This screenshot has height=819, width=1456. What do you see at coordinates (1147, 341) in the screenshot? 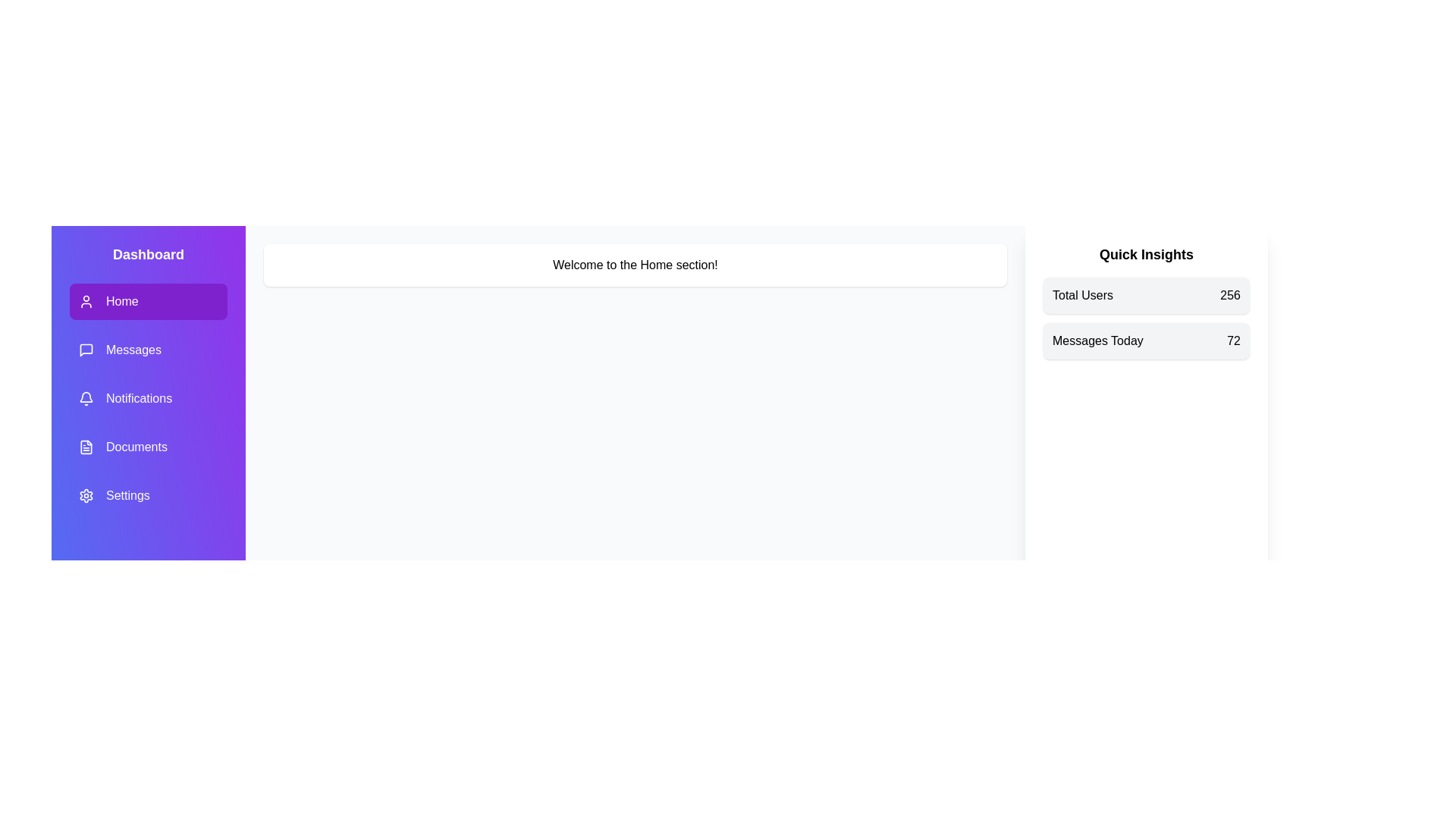
I see `the Statistical summary card displaying 'Messages Today' with the numeral '72' on the right, located in the right sidebar under 'Quick Insights.'` at bounding box center [1147, 341].